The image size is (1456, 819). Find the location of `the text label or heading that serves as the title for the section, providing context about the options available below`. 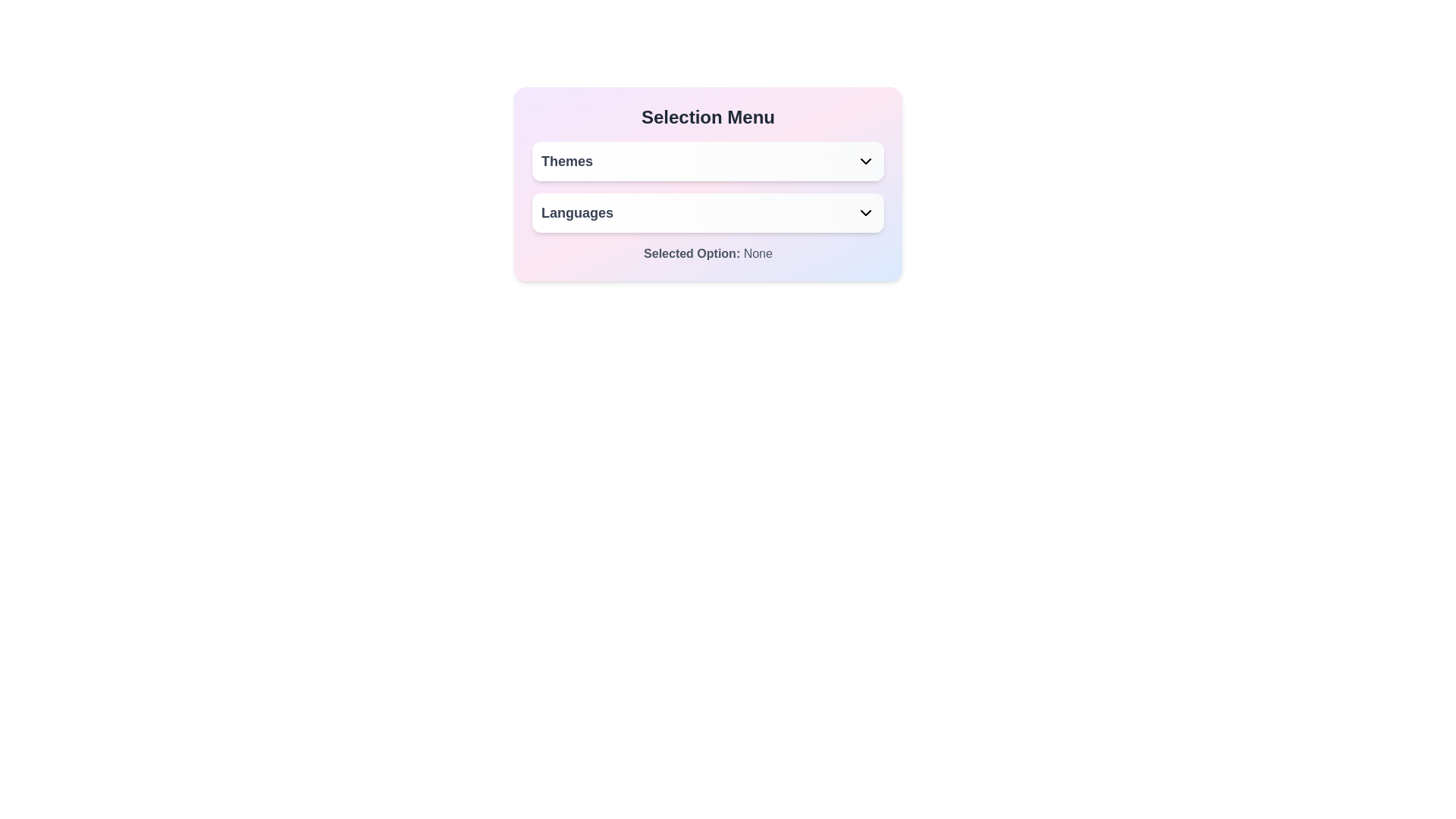

the text label or heading that serves as the title for the section, providing context about the options available below is located at coordinates (708, 116).